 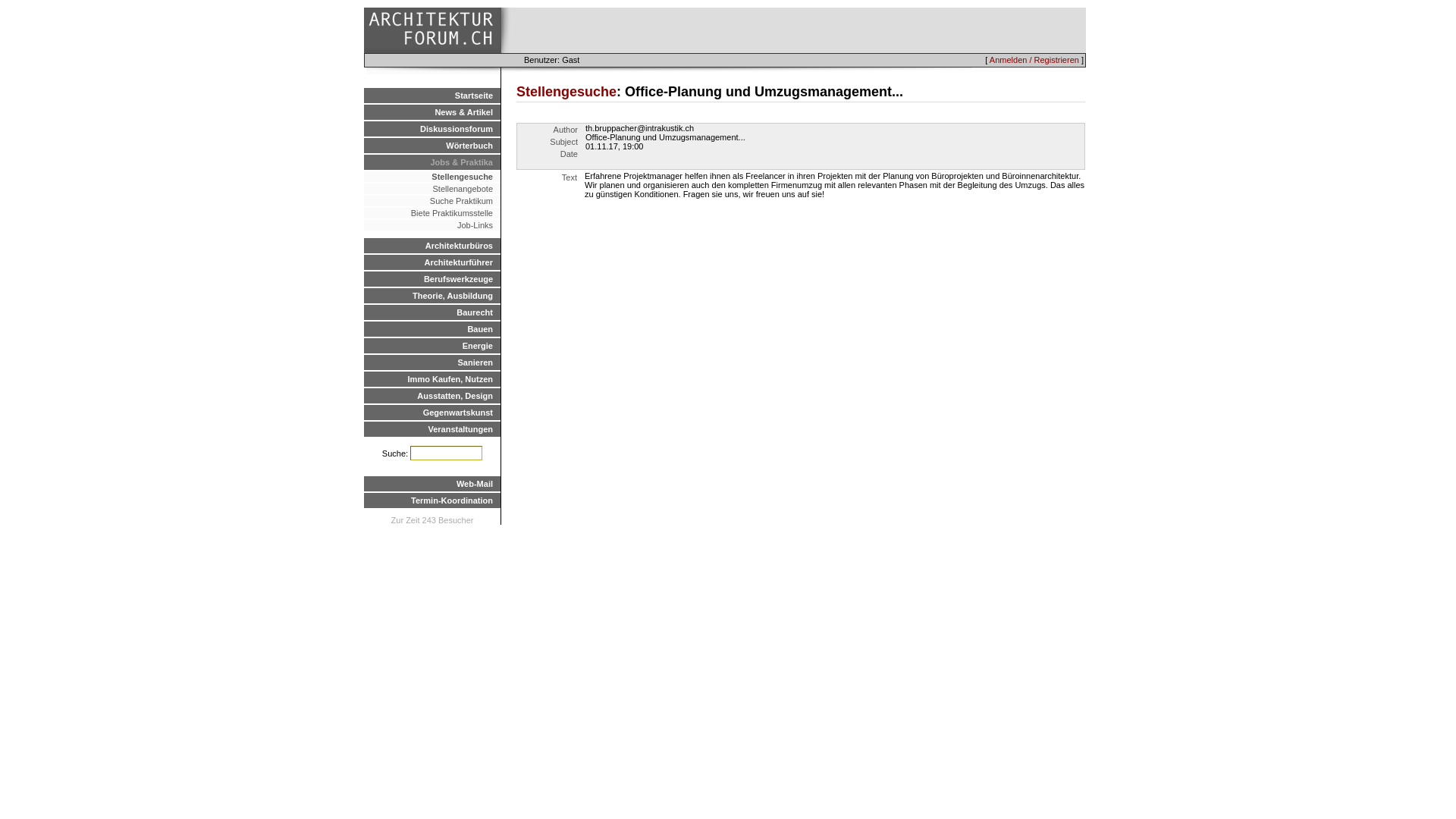 I want to click on 'Veranstaltungen', so click(x=364, y=429).